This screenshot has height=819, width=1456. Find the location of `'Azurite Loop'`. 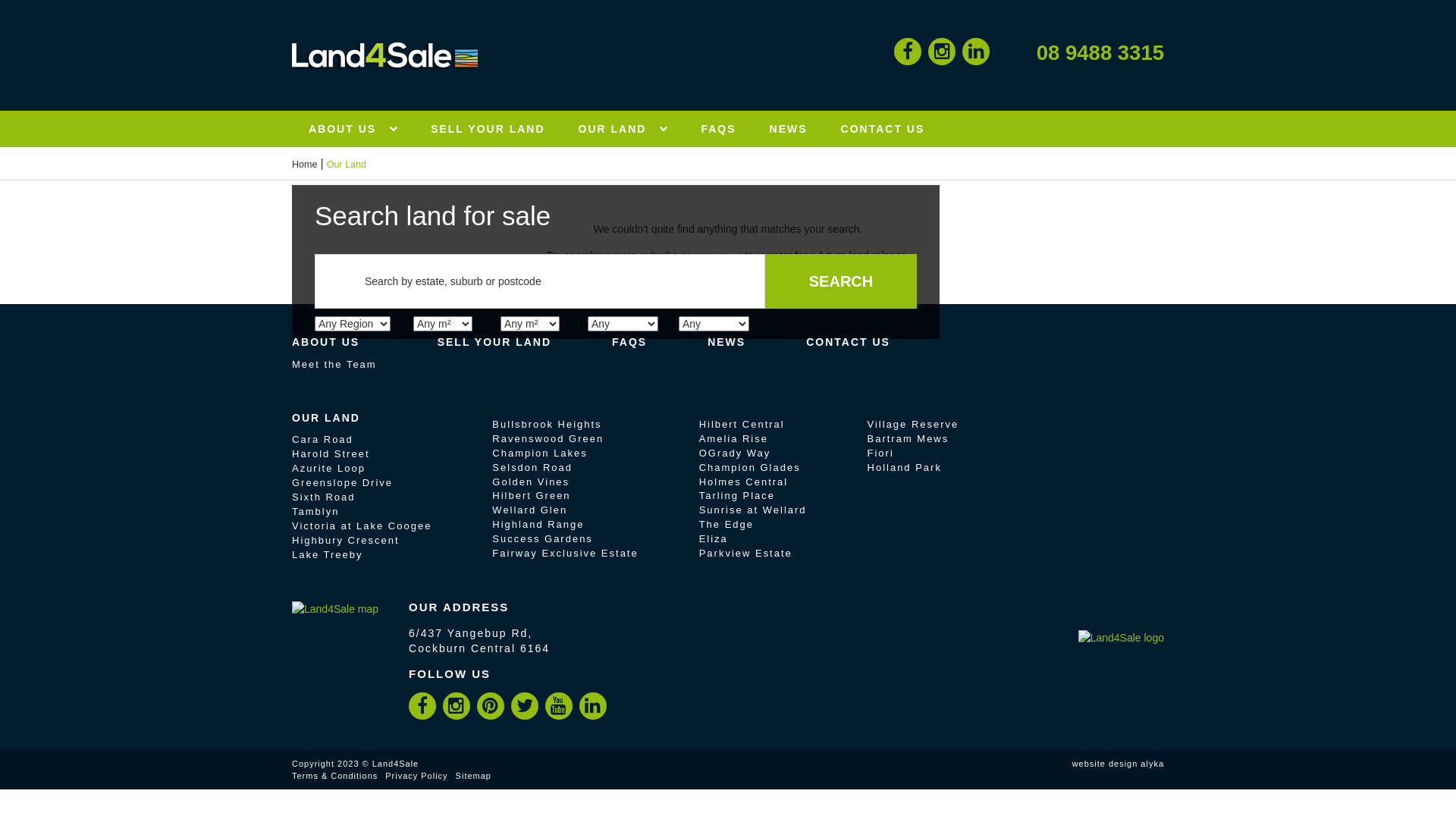

'Azurite Loop' is located at coordinates (328, 467).